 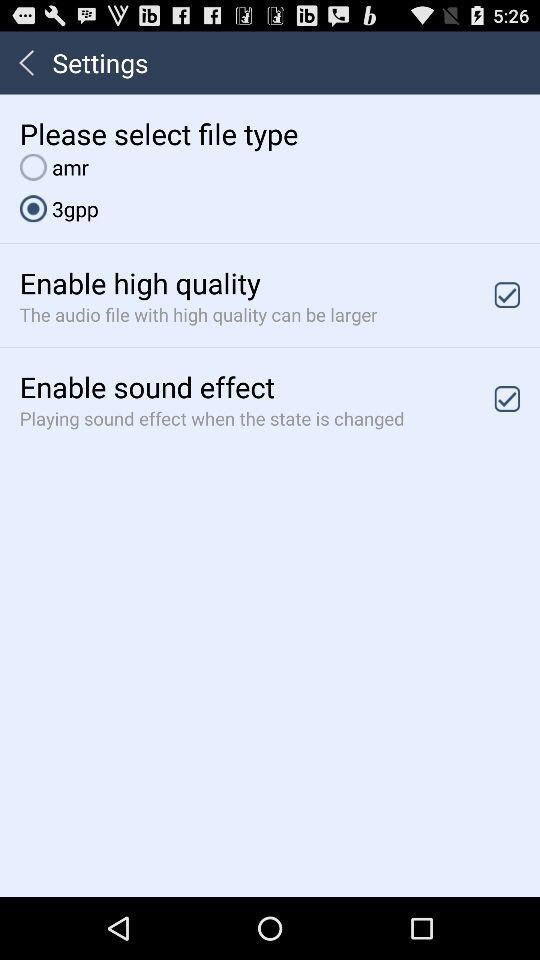 I want to click on validate option, so click(x=507, y=397).